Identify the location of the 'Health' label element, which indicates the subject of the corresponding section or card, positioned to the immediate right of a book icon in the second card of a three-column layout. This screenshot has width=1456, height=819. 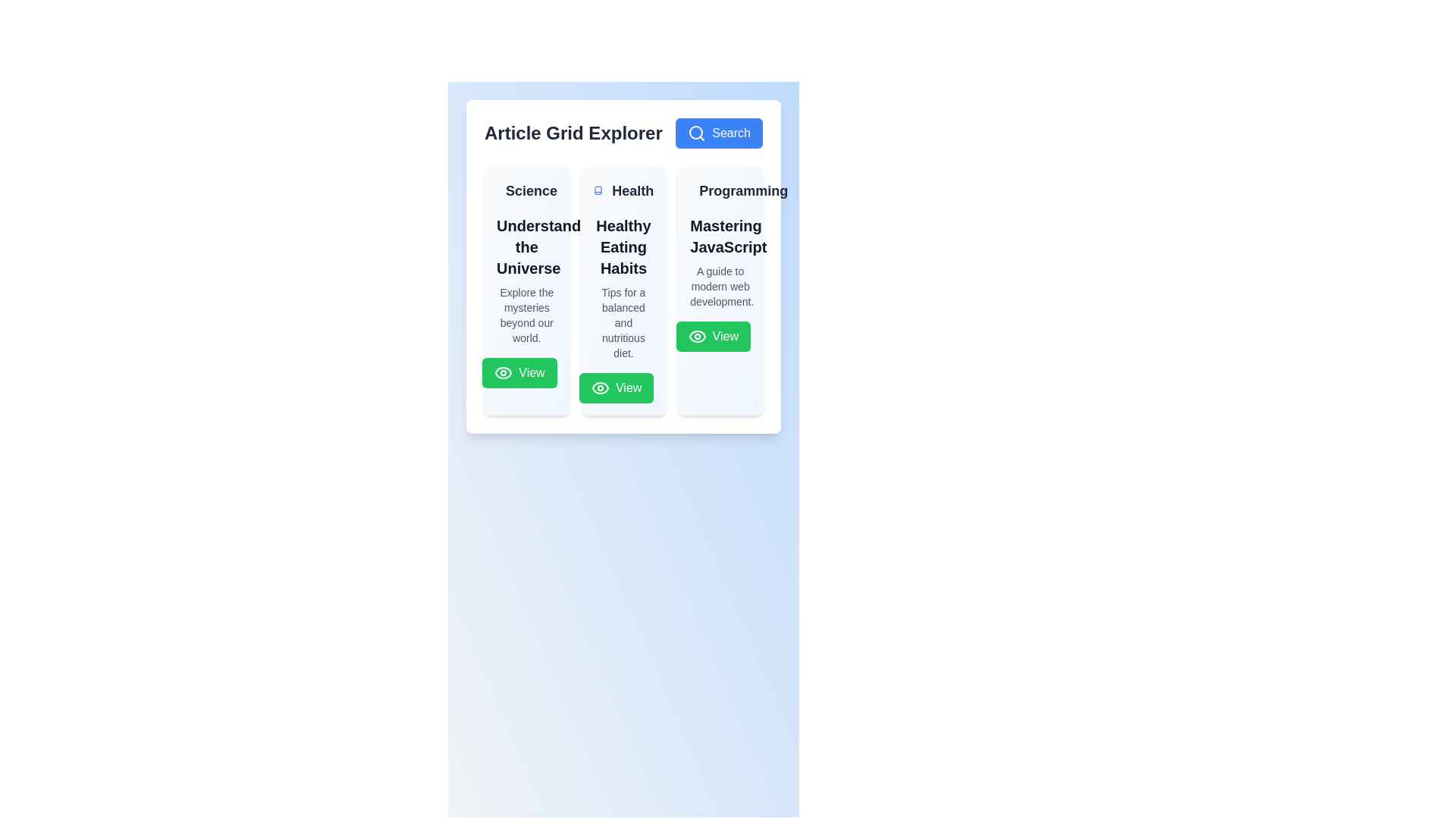
(632, 190).